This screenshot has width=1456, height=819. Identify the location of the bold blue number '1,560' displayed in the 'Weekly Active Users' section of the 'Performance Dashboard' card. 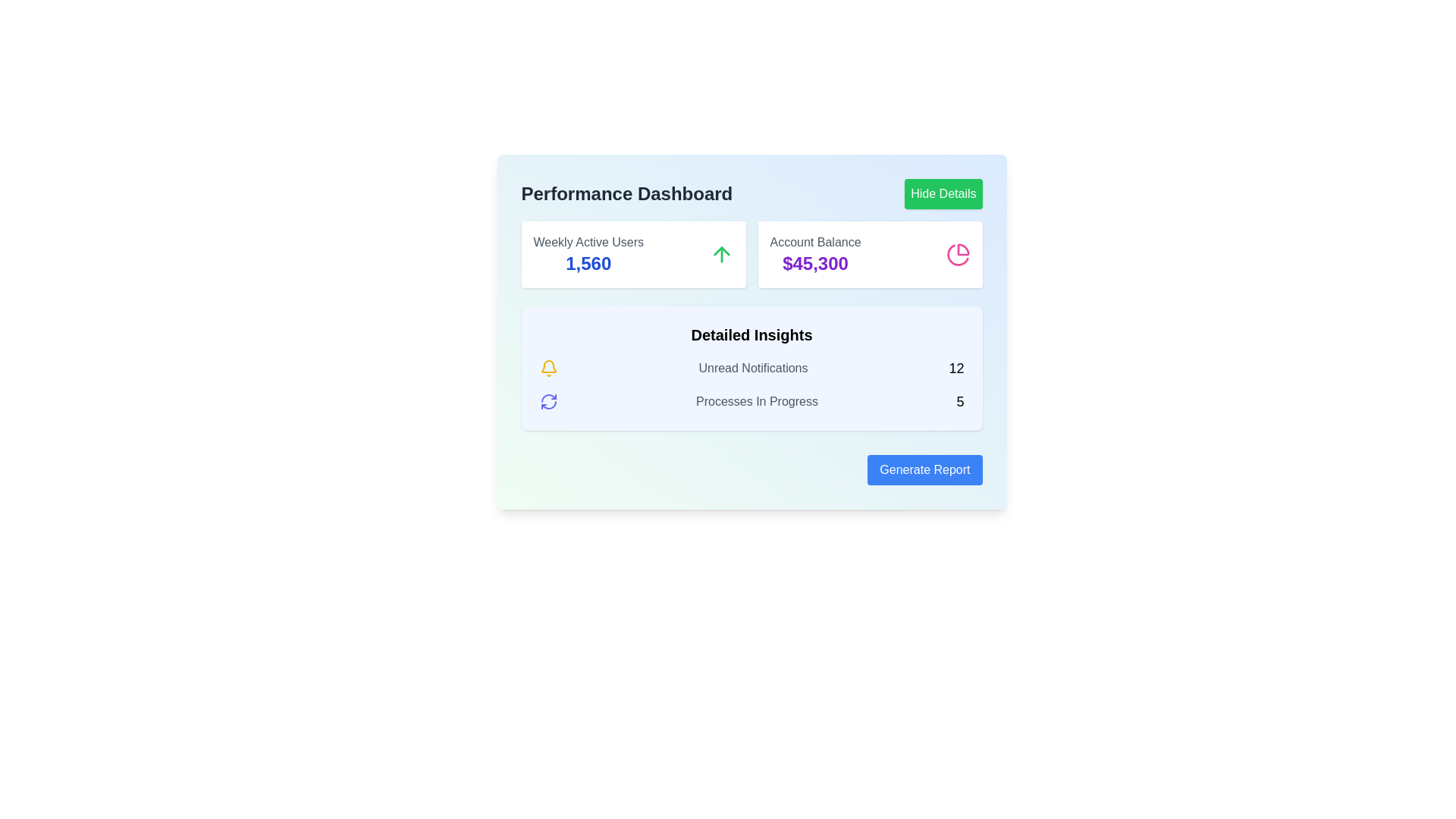
(588, 262).